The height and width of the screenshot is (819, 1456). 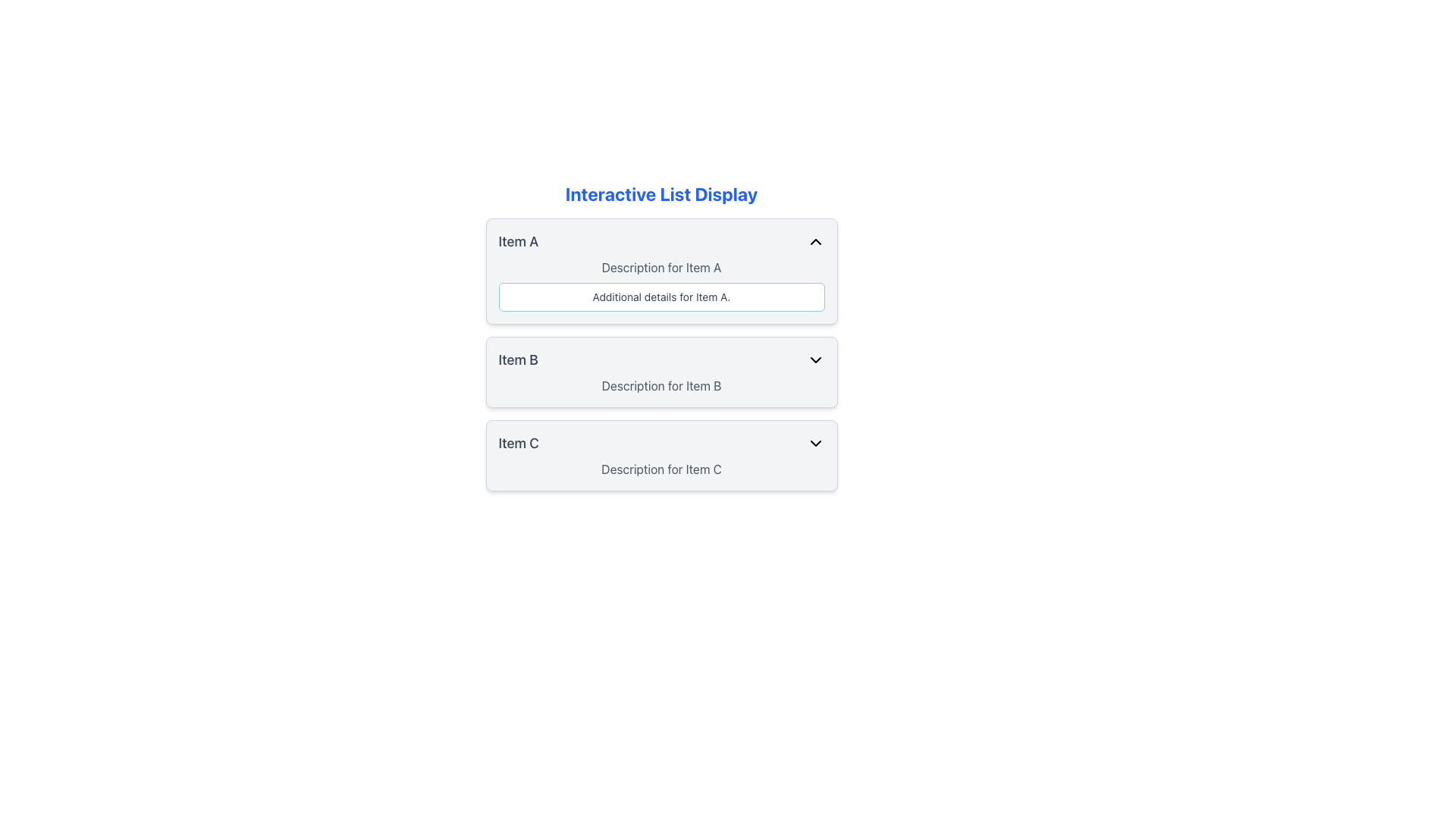 I want to click on the List Item Section that contains content related to 'Item B', which is located between 'Item A' and 'Item C', so click(x=661, y=372).